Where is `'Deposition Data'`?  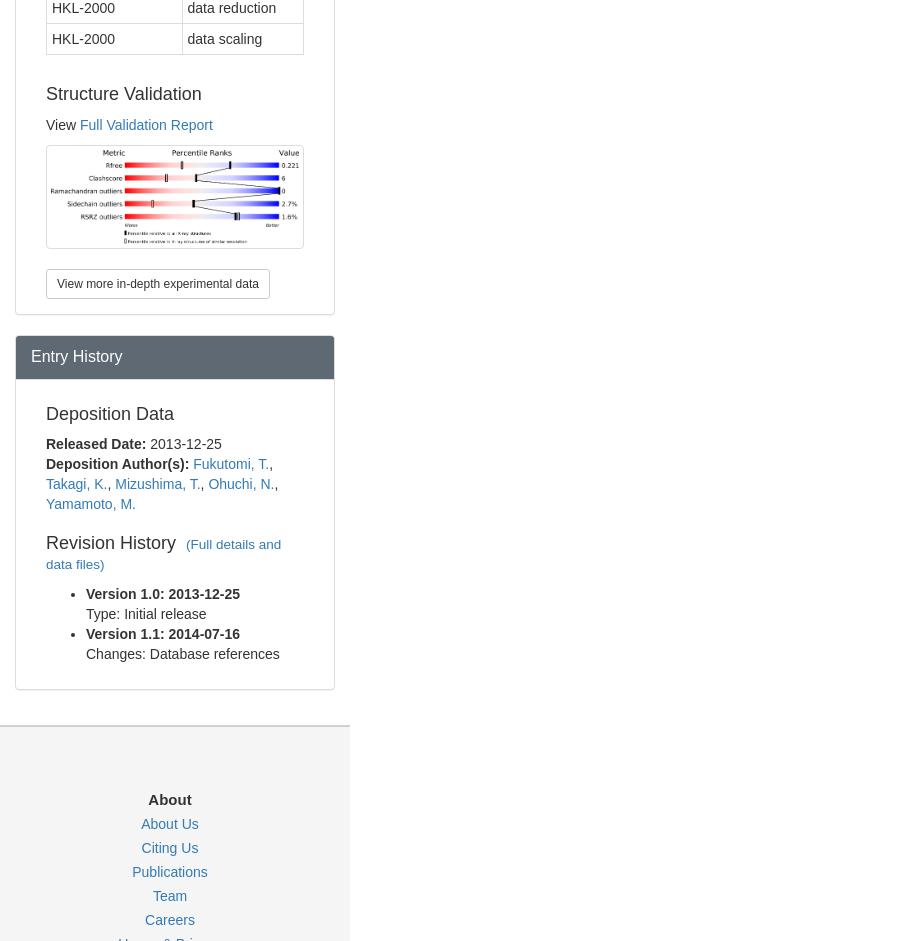
'Deposition Data' is located at coordinates (109, 412).